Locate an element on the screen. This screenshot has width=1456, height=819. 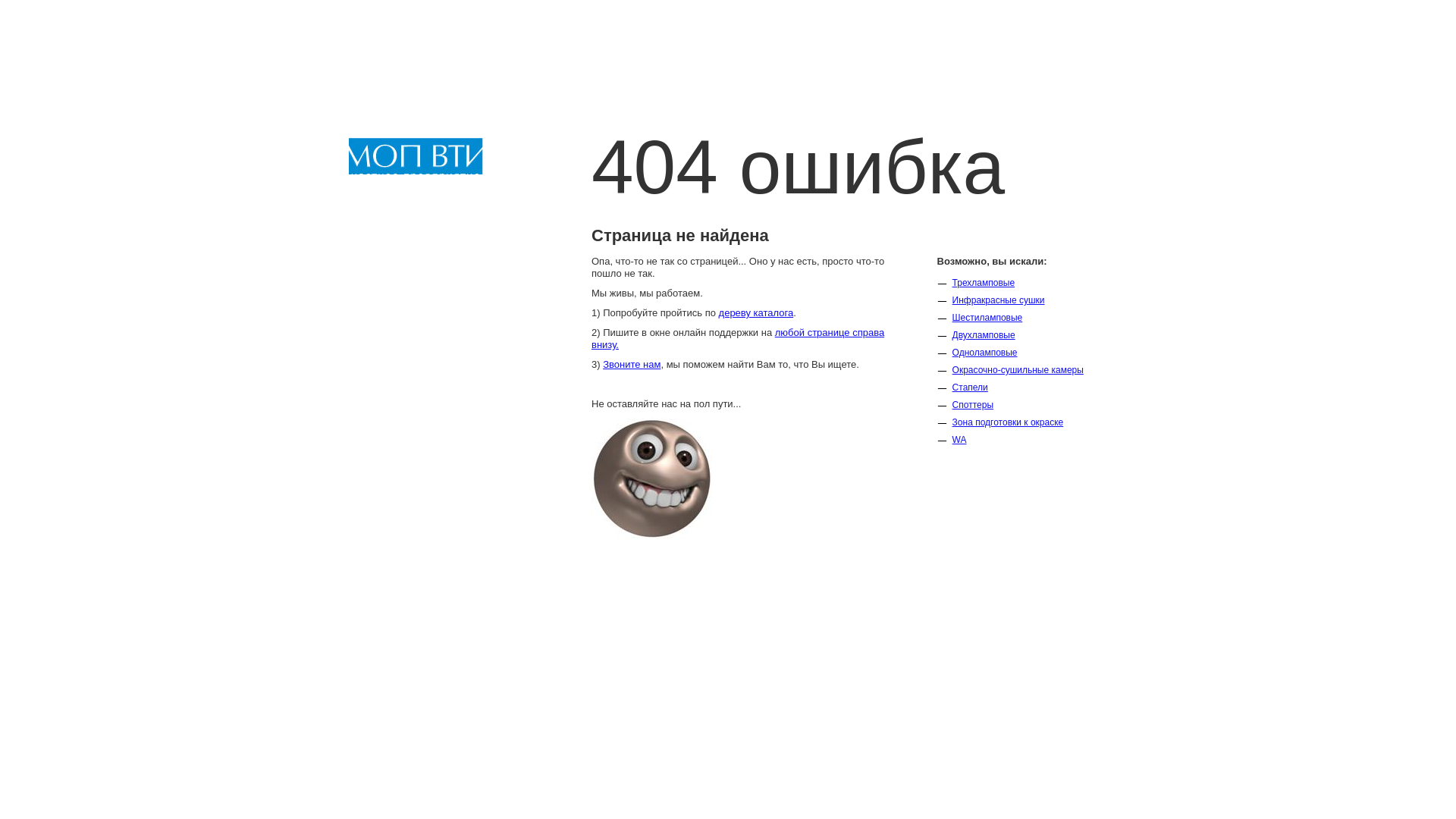
'WA' is located at coordinates (959, 439).